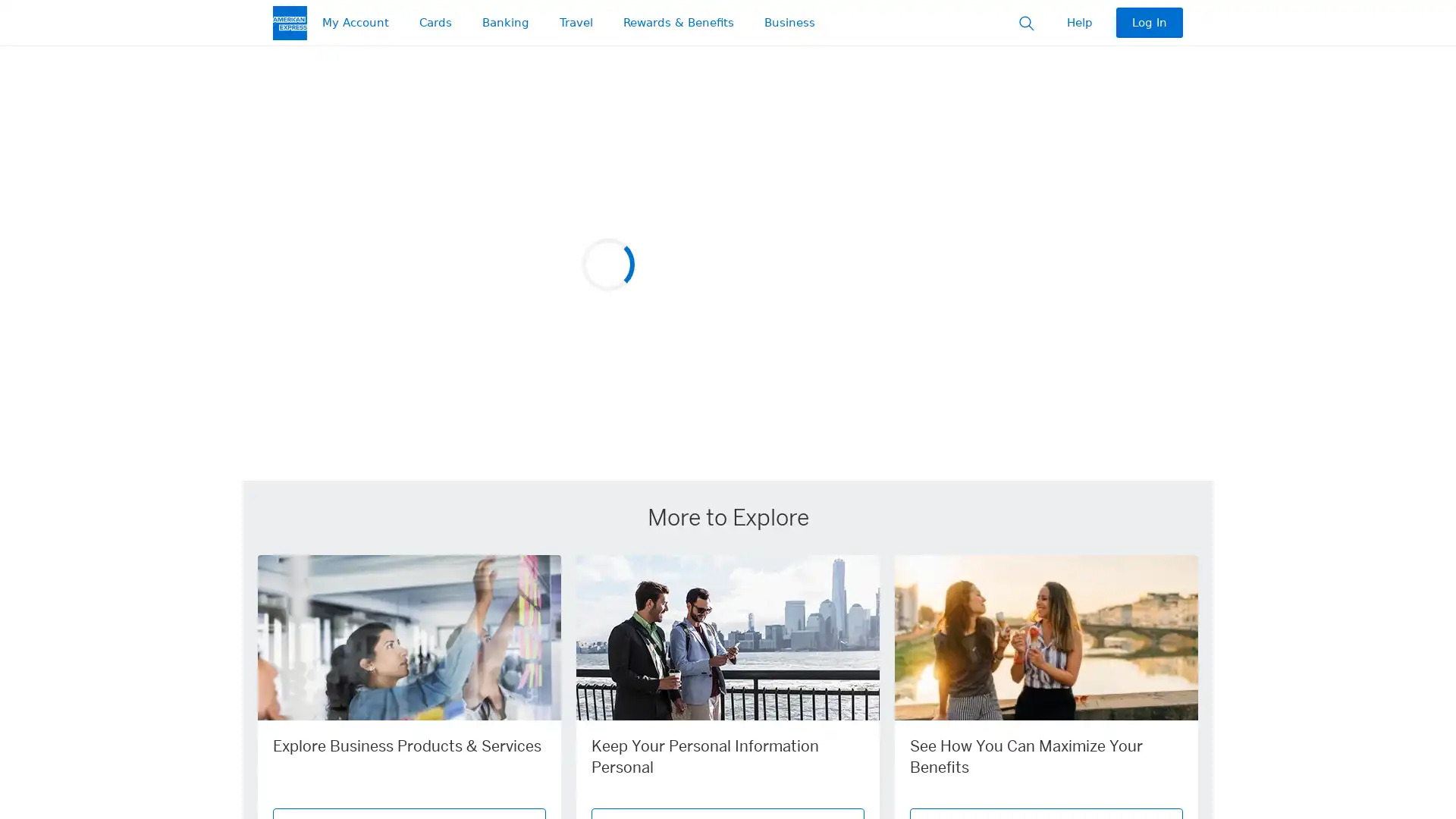 This screenshot has height=819, width=1456. I want to click on slide 2, so click(690, 657).